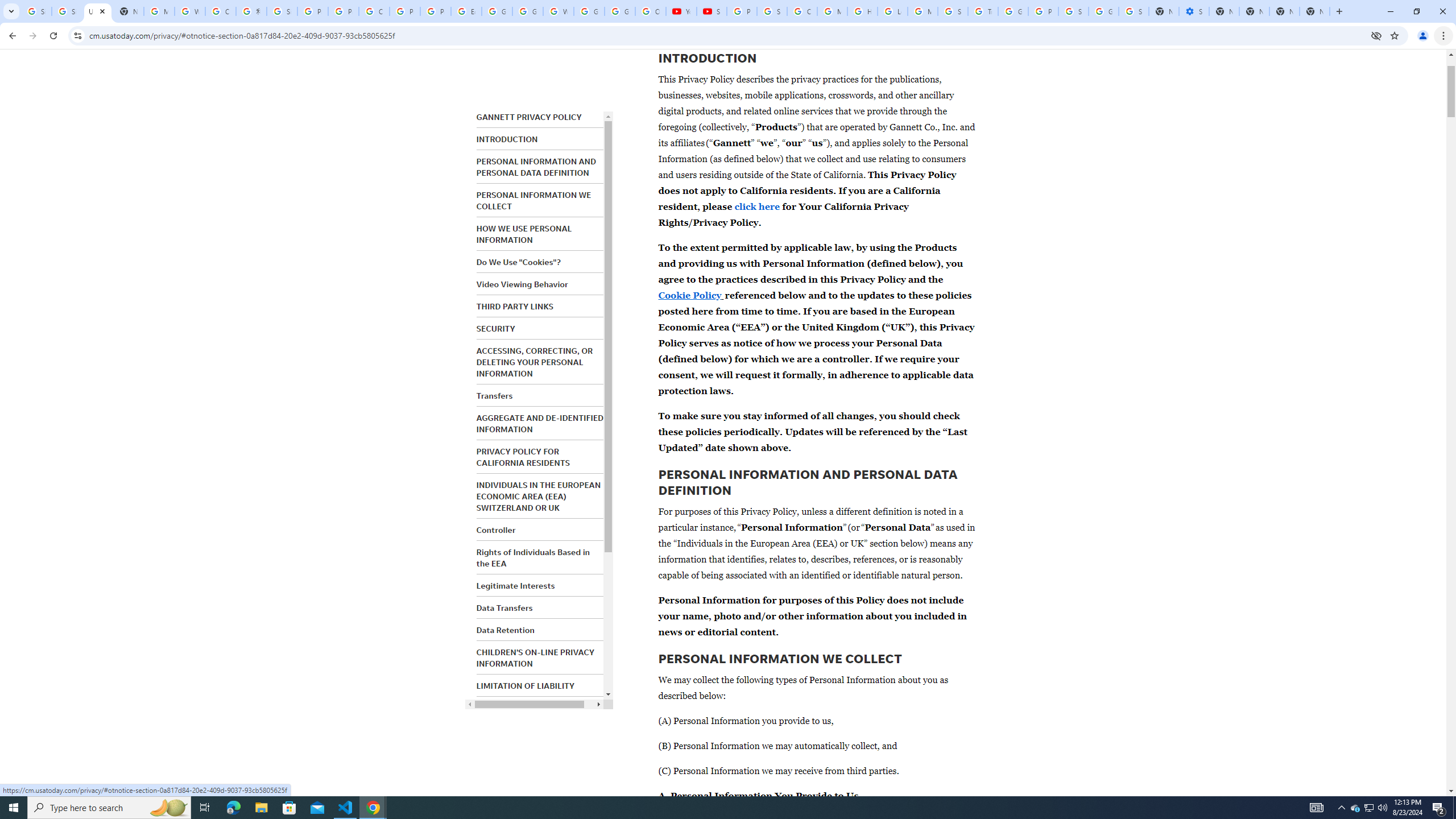 Image resolution: width=1456 pixels, height=819 pixels. Describe the element at coordinates (533, 200) in the screenshot. I see `'PERSONAL INFORMATION WE COLLECT'` at that location.